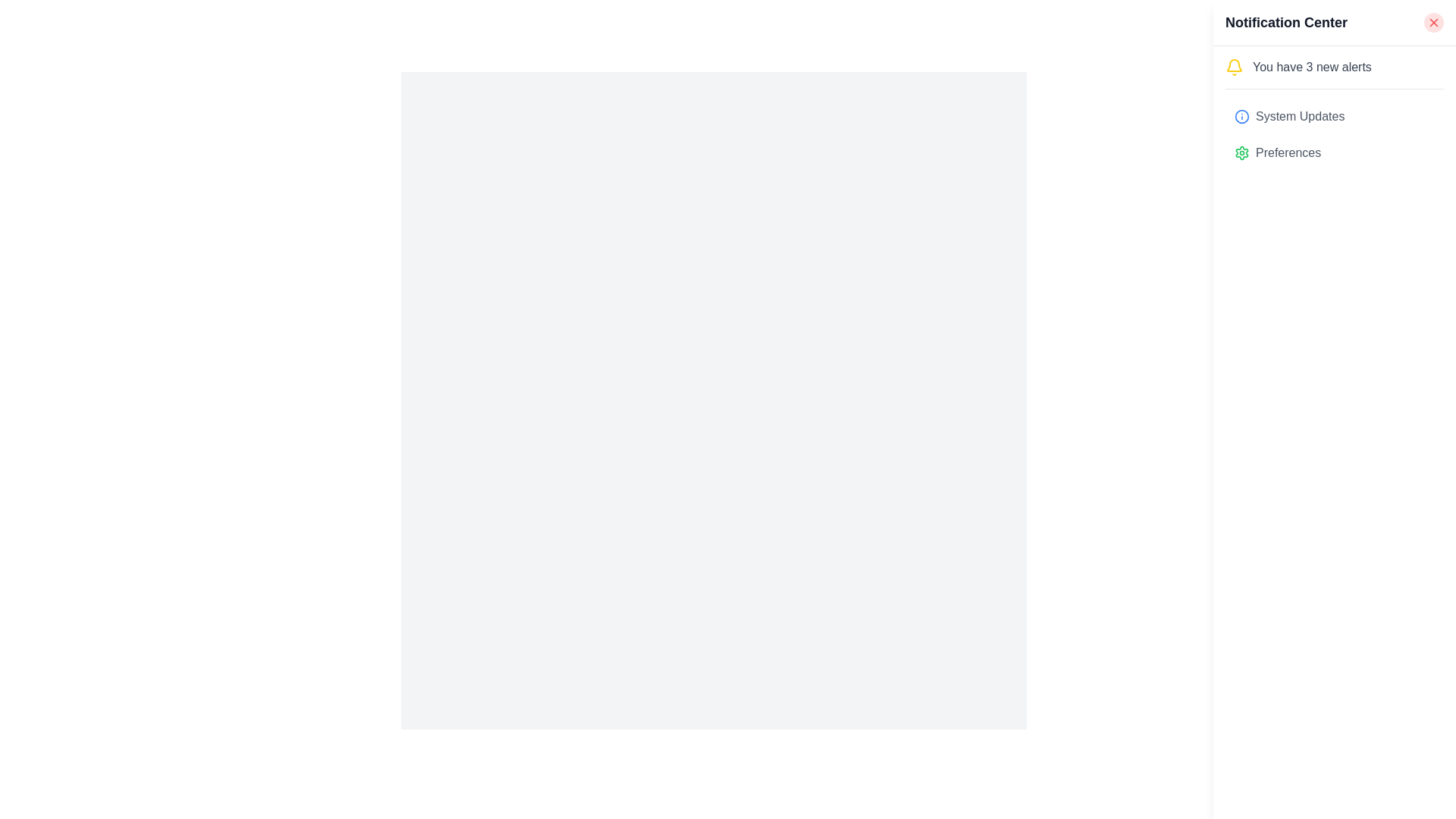 This screenshot has width=1456, height=819. I want to click on the close icon located at the top-right corner of the notification area header, so click(1433, 23).